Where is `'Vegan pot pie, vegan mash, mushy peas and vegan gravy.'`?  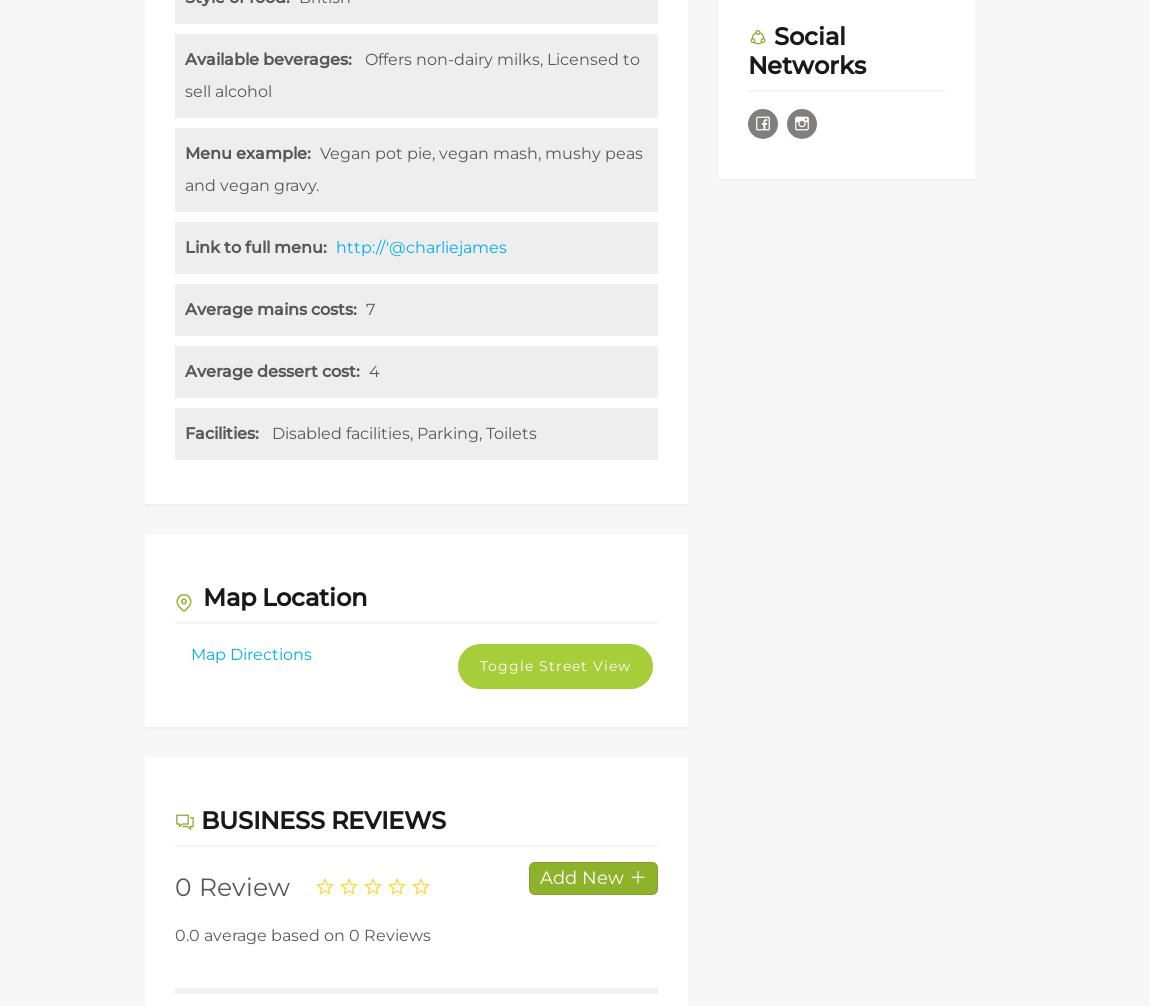 'Vegan pot pie, vegan mash, mushy peas and vegan gravy.' is located at coordinates (414, 169).